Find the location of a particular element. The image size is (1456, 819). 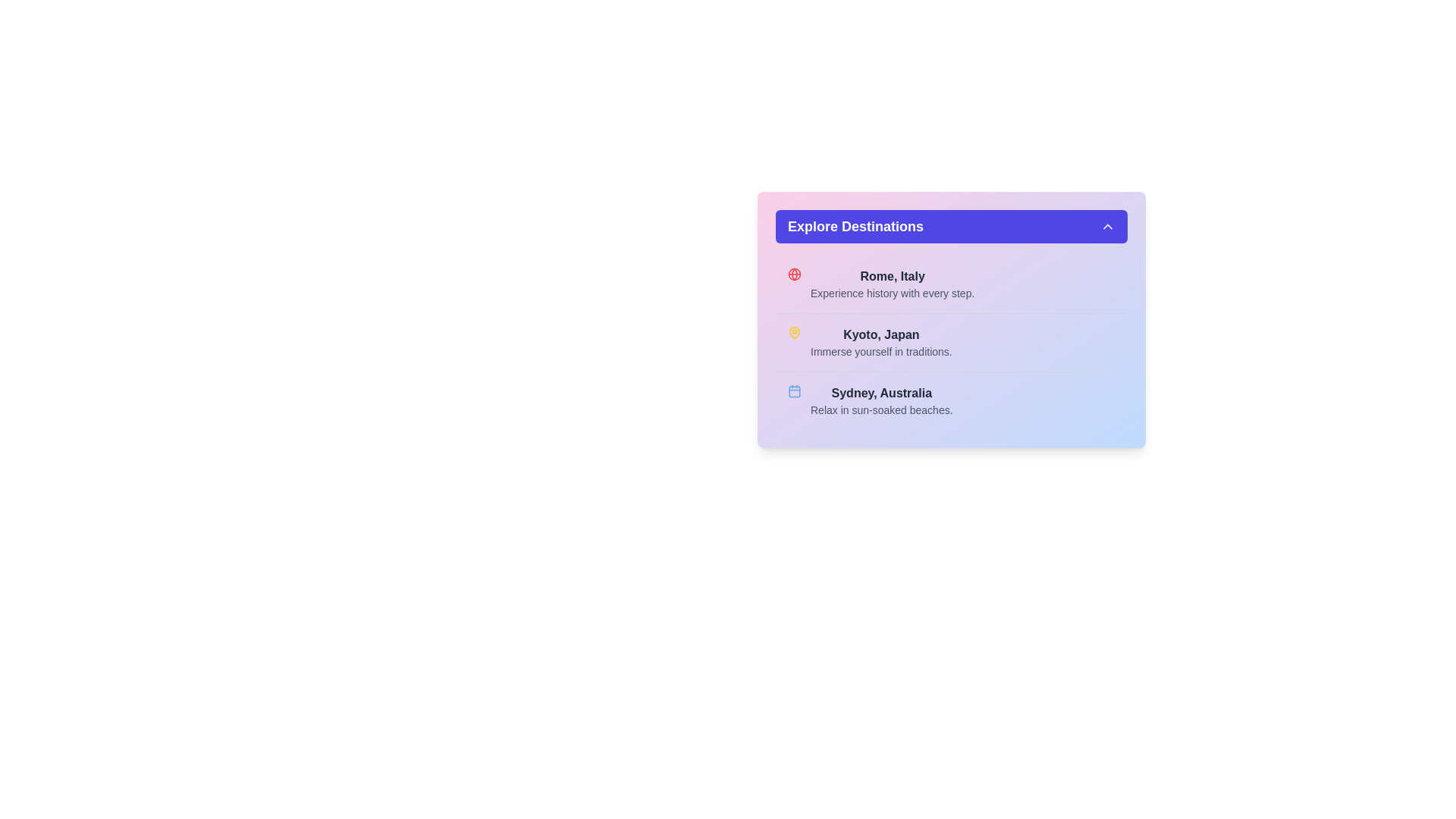

the globe icon representing travel or global destinations related to 'Rome, Italy', which is the leftmost icon under the section heading 'Explore Destinations', to obtain more information is located at coordinates (793, 275).